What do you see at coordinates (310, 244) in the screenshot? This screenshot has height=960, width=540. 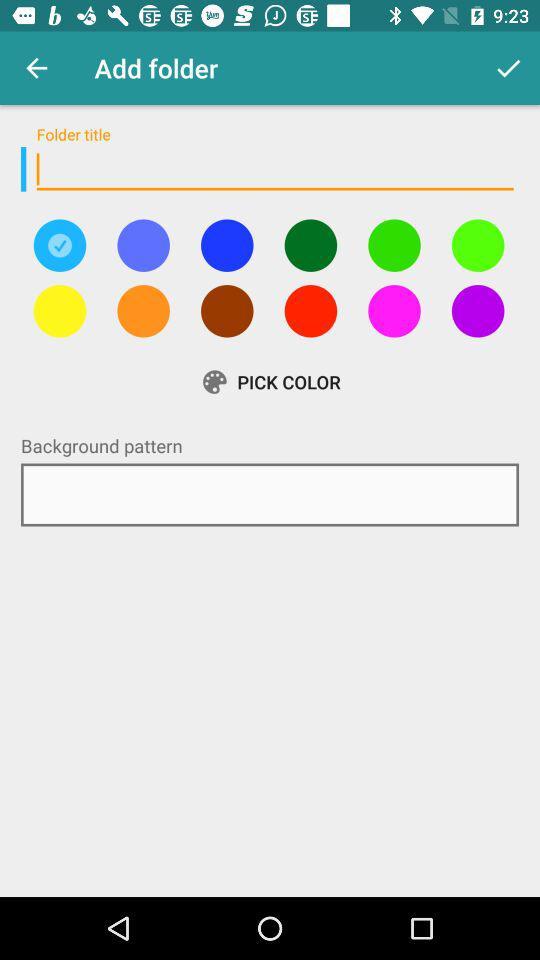 I see `the avatar icon` at bounding box center [310, 244].